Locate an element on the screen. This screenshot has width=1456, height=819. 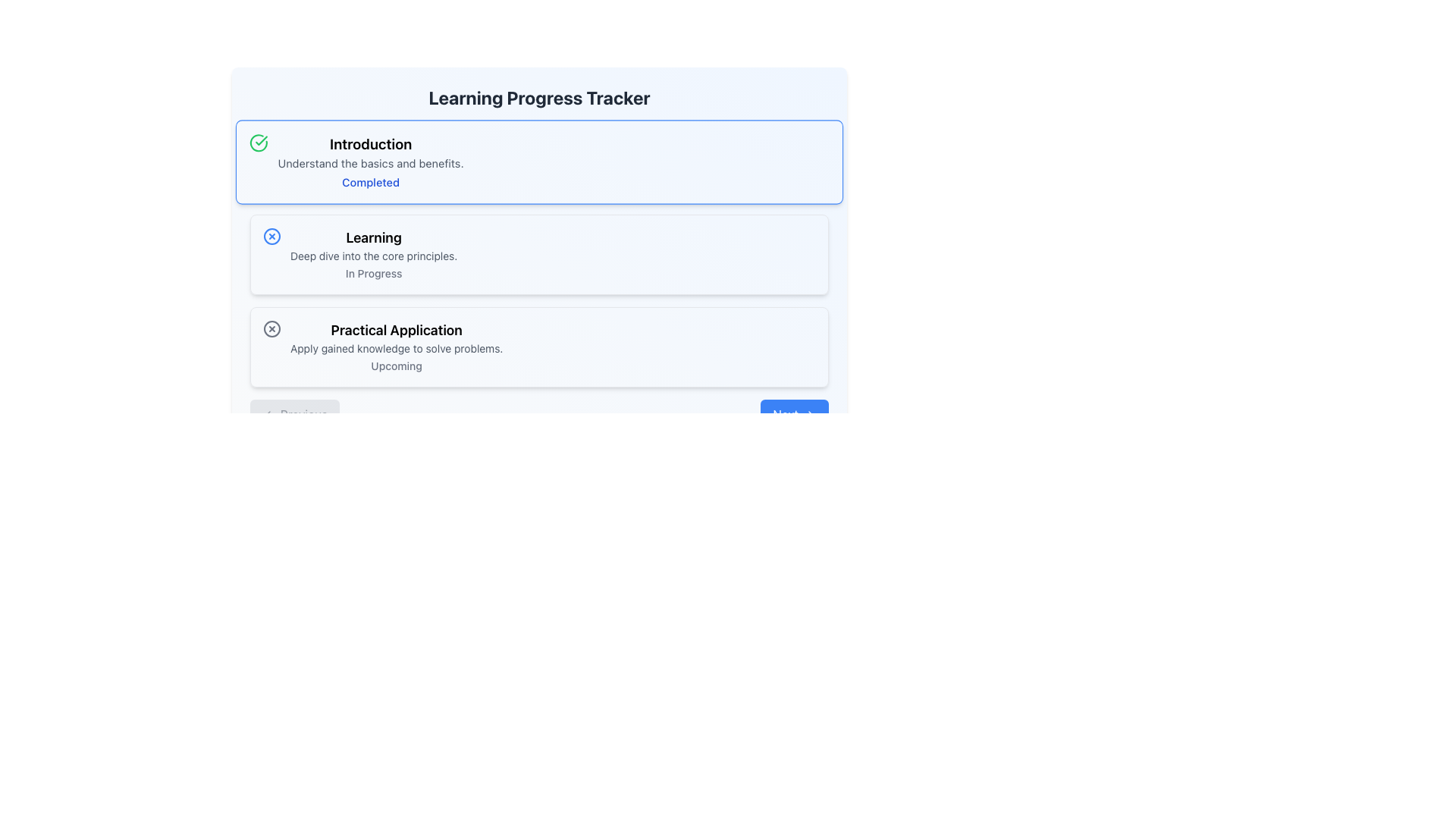
the status indicator icon for the 'Practical Application' row is located at coordinates (272, 328).